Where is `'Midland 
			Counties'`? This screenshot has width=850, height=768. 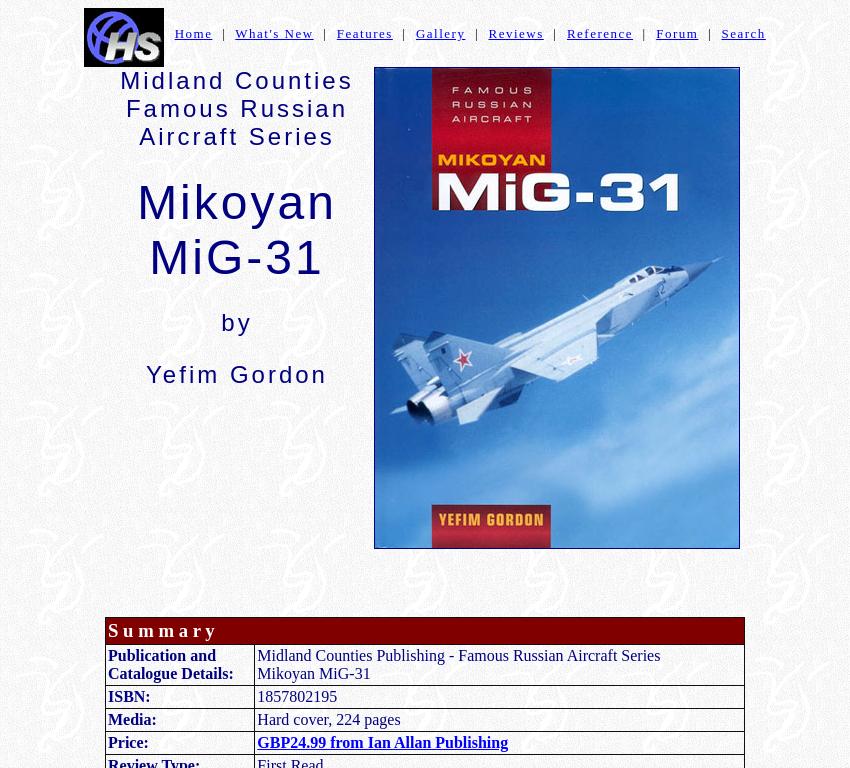
'Midland 
			Counties' is located at coordinates (236, 79).